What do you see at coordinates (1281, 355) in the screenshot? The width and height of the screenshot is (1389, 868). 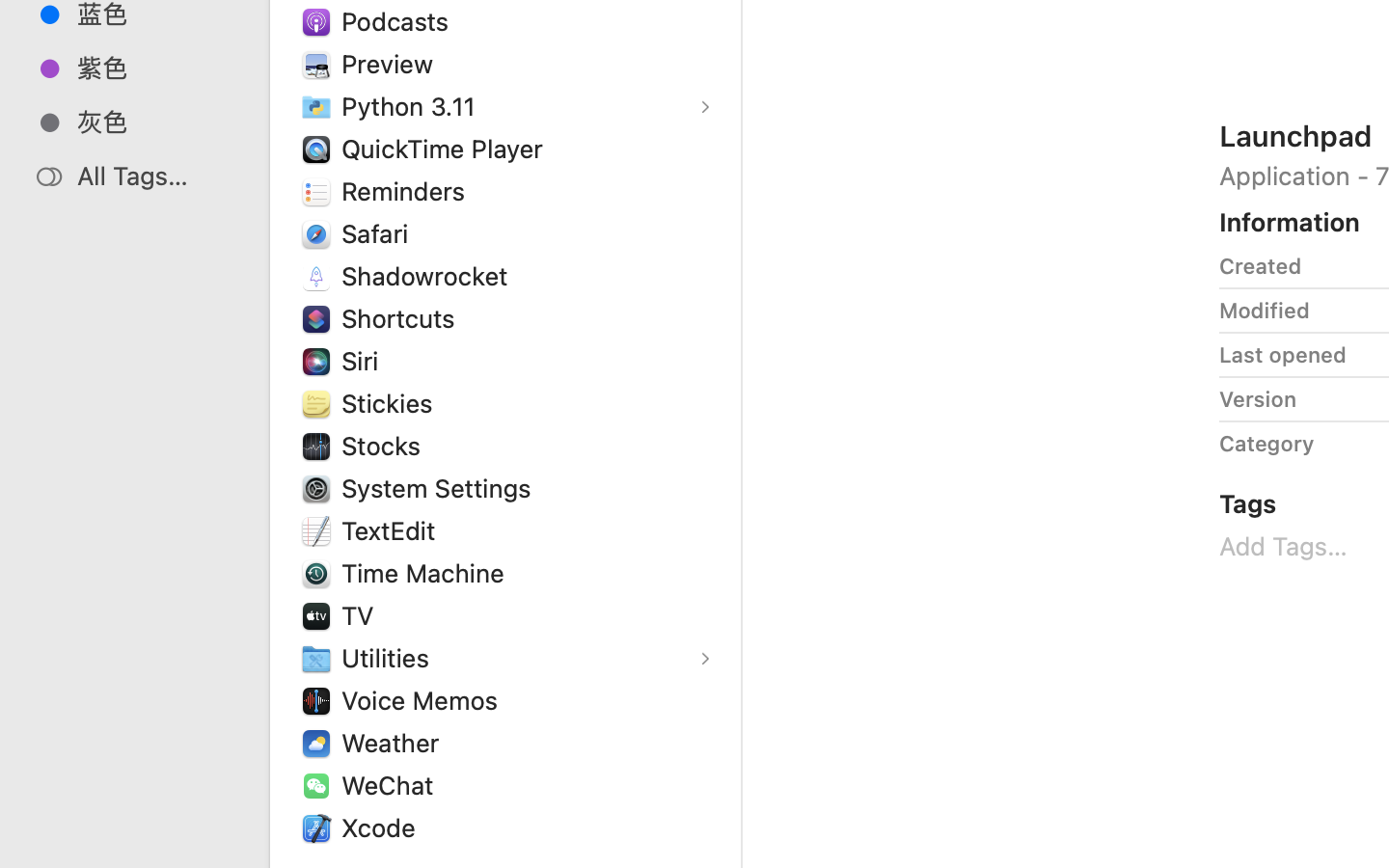 I see `'Last opened'` at bounding box center [1281, 355].